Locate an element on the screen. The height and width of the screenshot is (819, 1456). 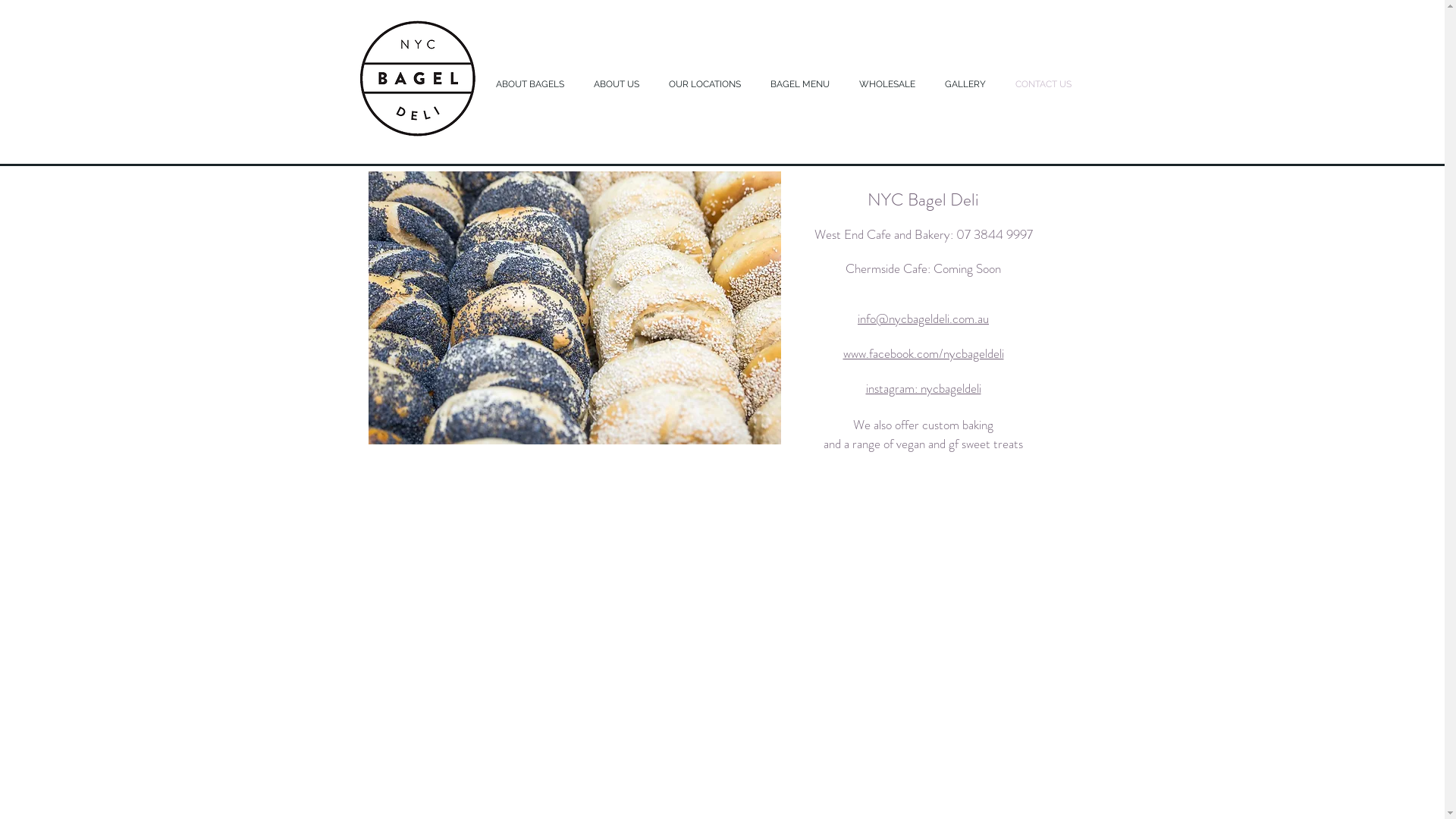
'WHOLESALE' is located at coordinates (890, 84).